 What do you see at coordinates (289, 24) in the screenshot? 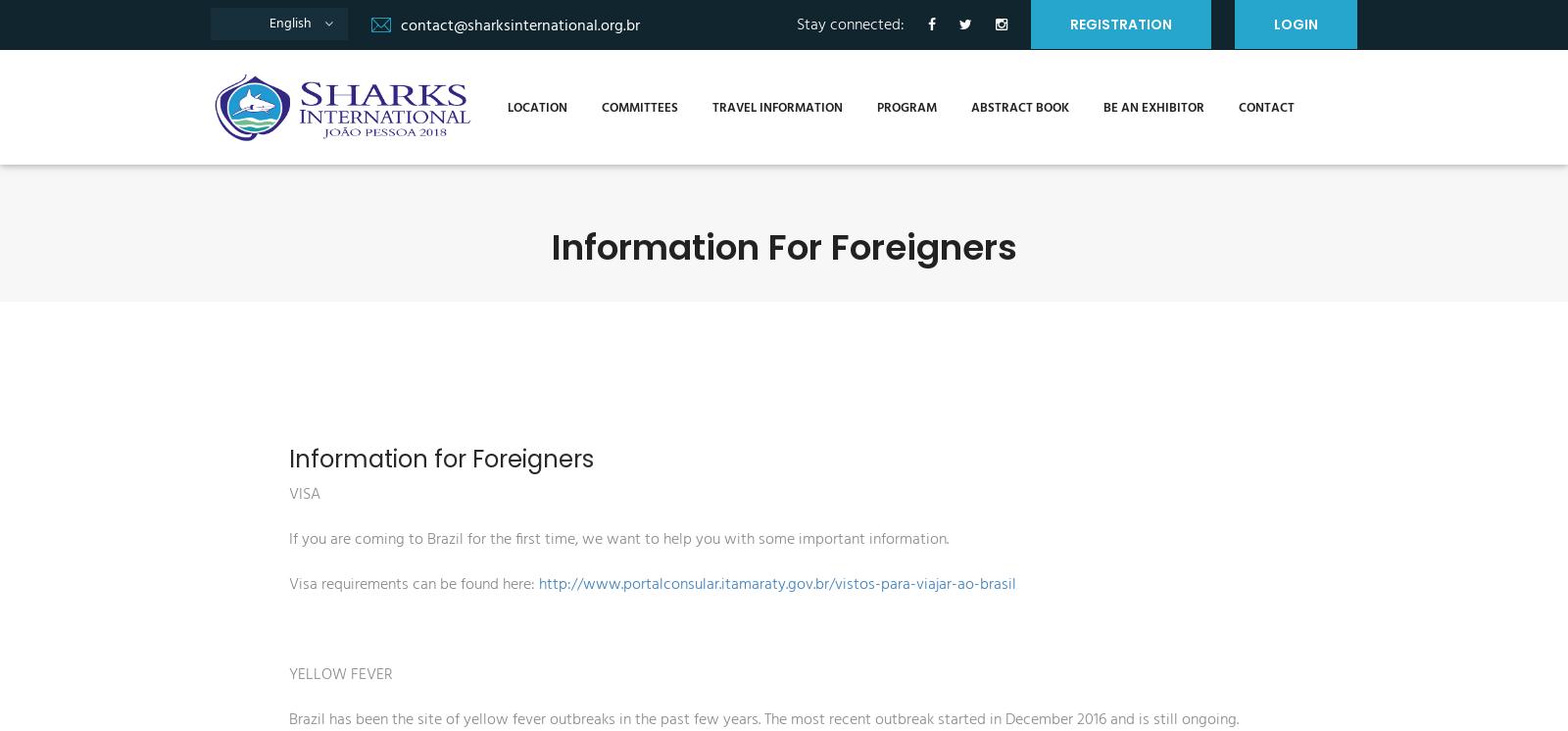
I see `'English'` at bounding box center [289, 24].